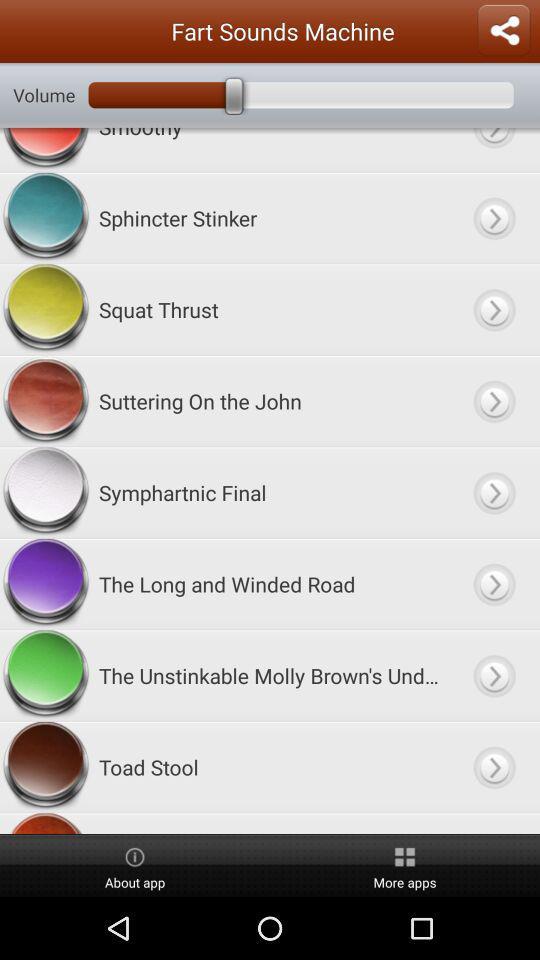 This screenshot has height=960, width=540. I want to click on sharing options, so click(502, 30).